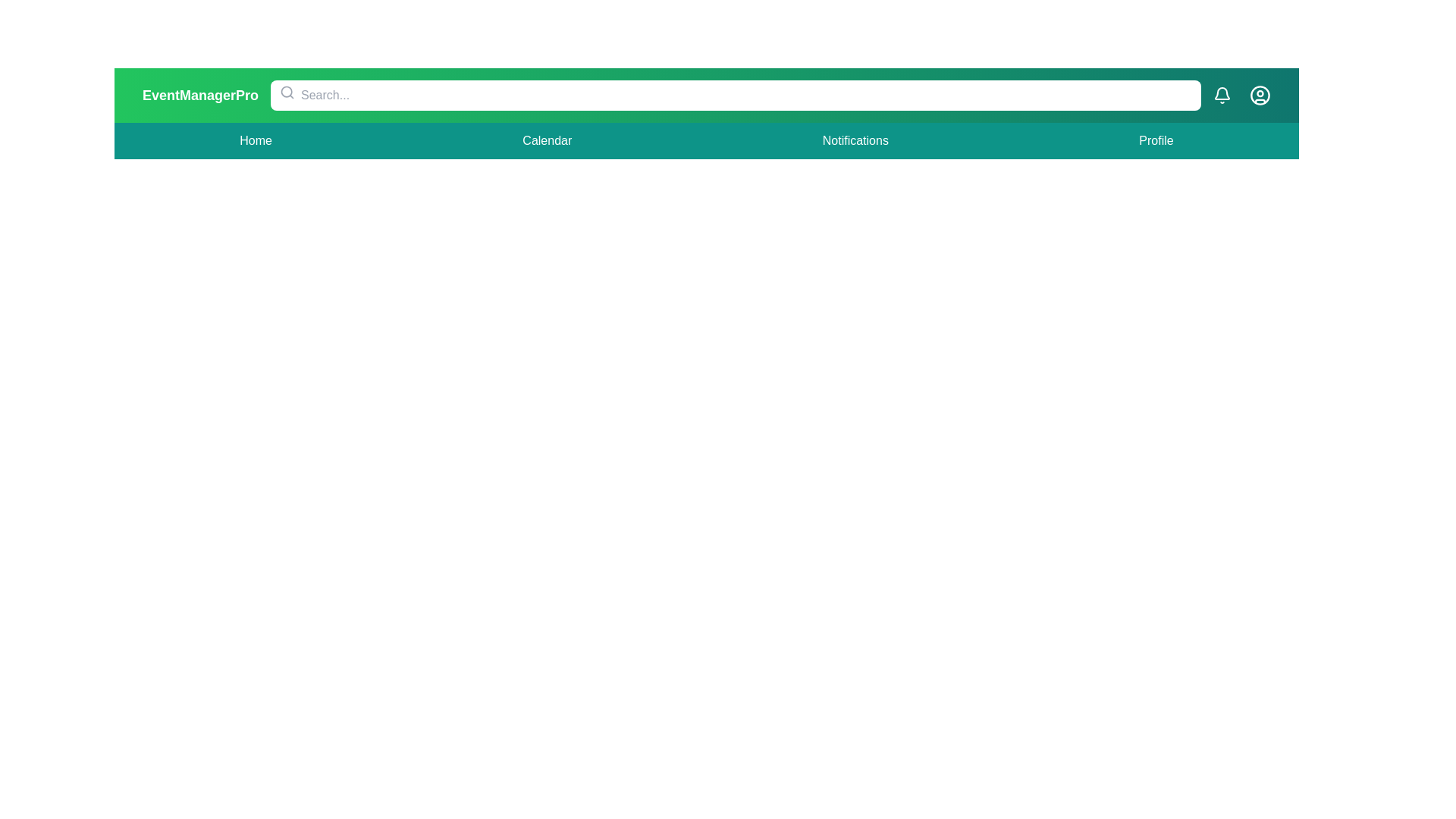  Describe the element at coordinates (1156, 140) in the screenshot. I see `the menu item Profile from the navigation bar` at that location.